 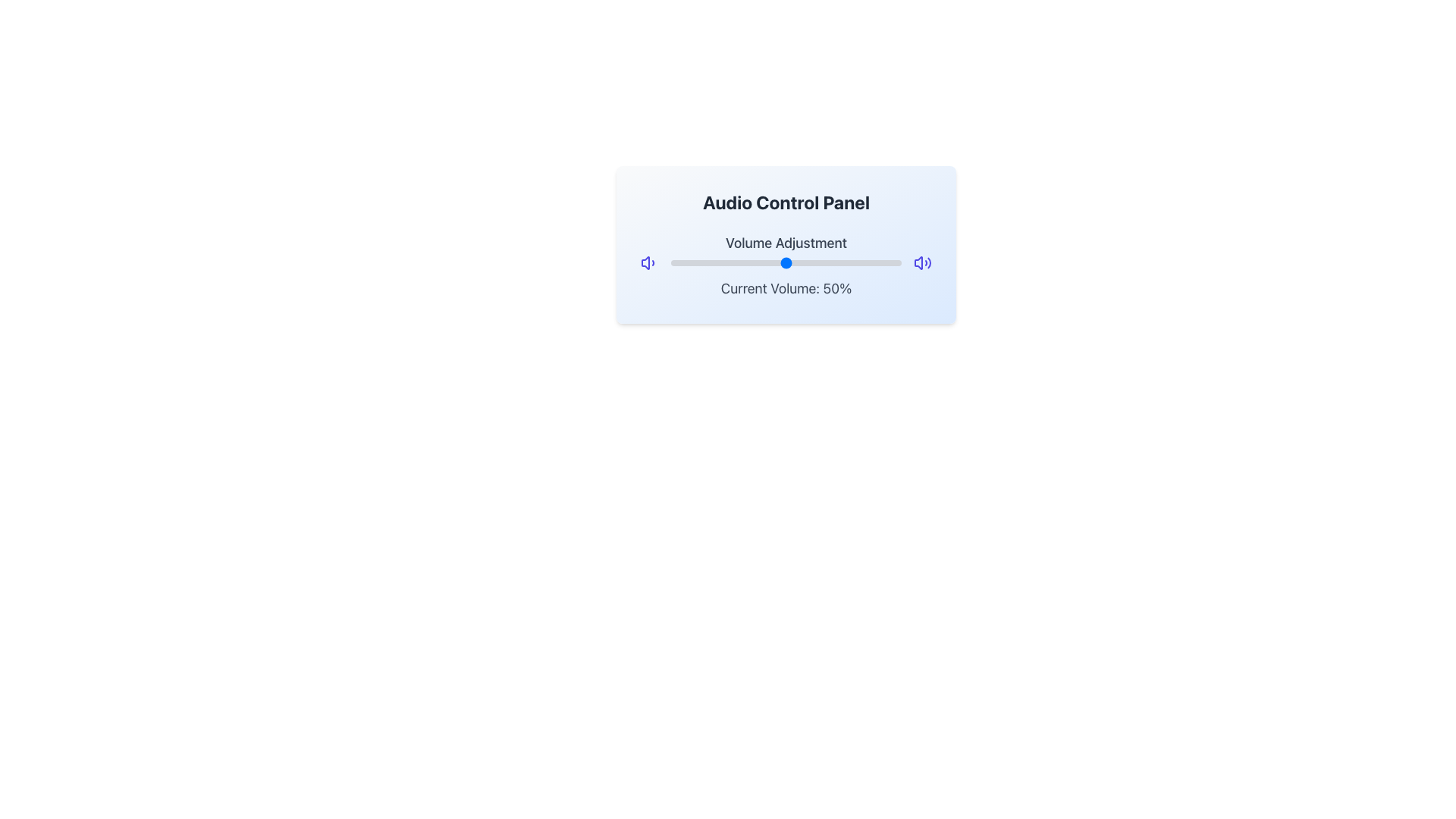 What do you see at coordinates (878, 262) in the screenshot?
I see `the slider` at bounding box center [878, 262].